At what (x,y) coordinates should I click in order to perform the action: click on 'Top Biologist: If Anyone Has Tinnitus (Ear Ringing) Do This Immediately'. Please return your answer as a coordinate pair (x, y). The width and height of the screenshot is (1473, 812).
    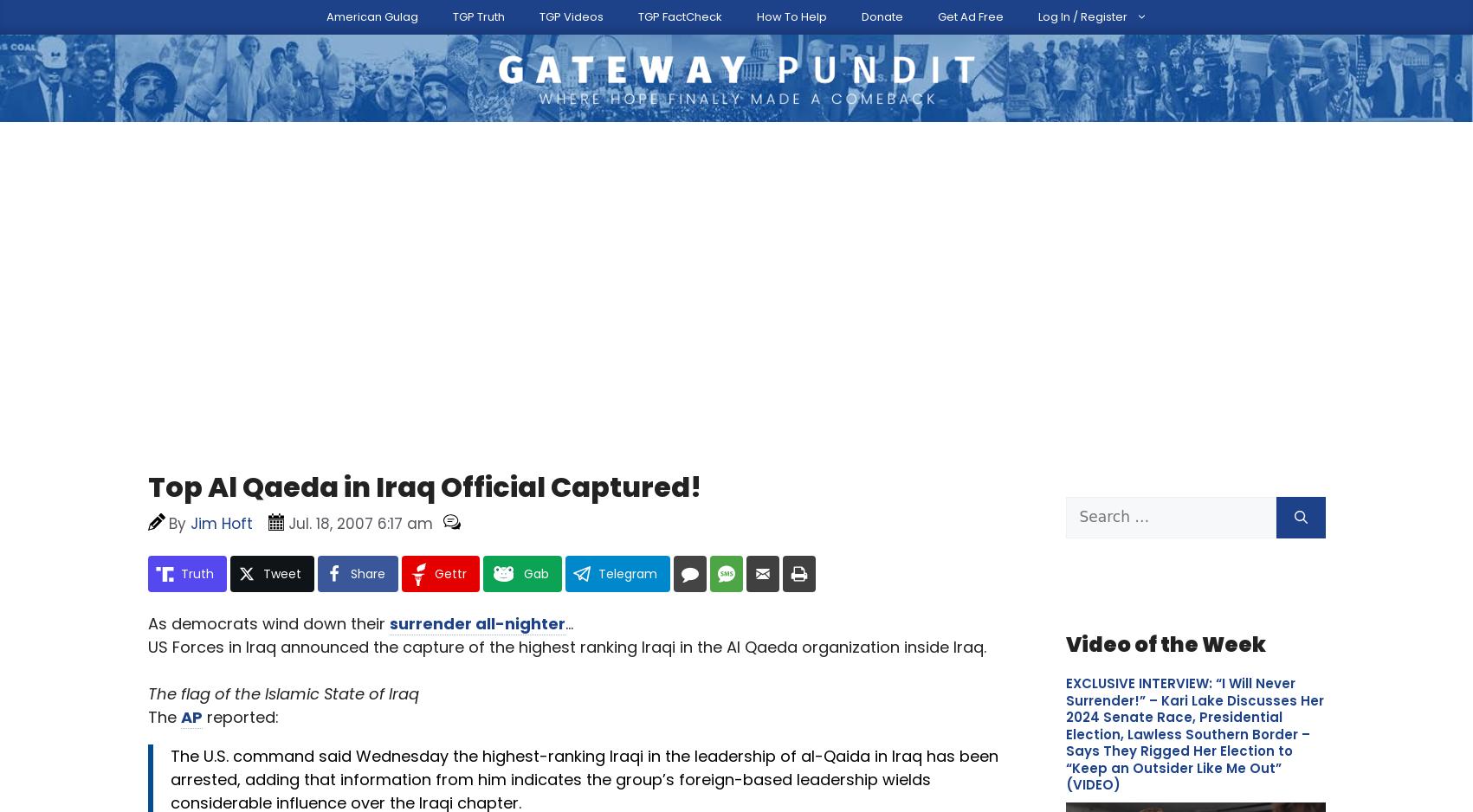
    Looking at the image, I should click on (1064, 682).